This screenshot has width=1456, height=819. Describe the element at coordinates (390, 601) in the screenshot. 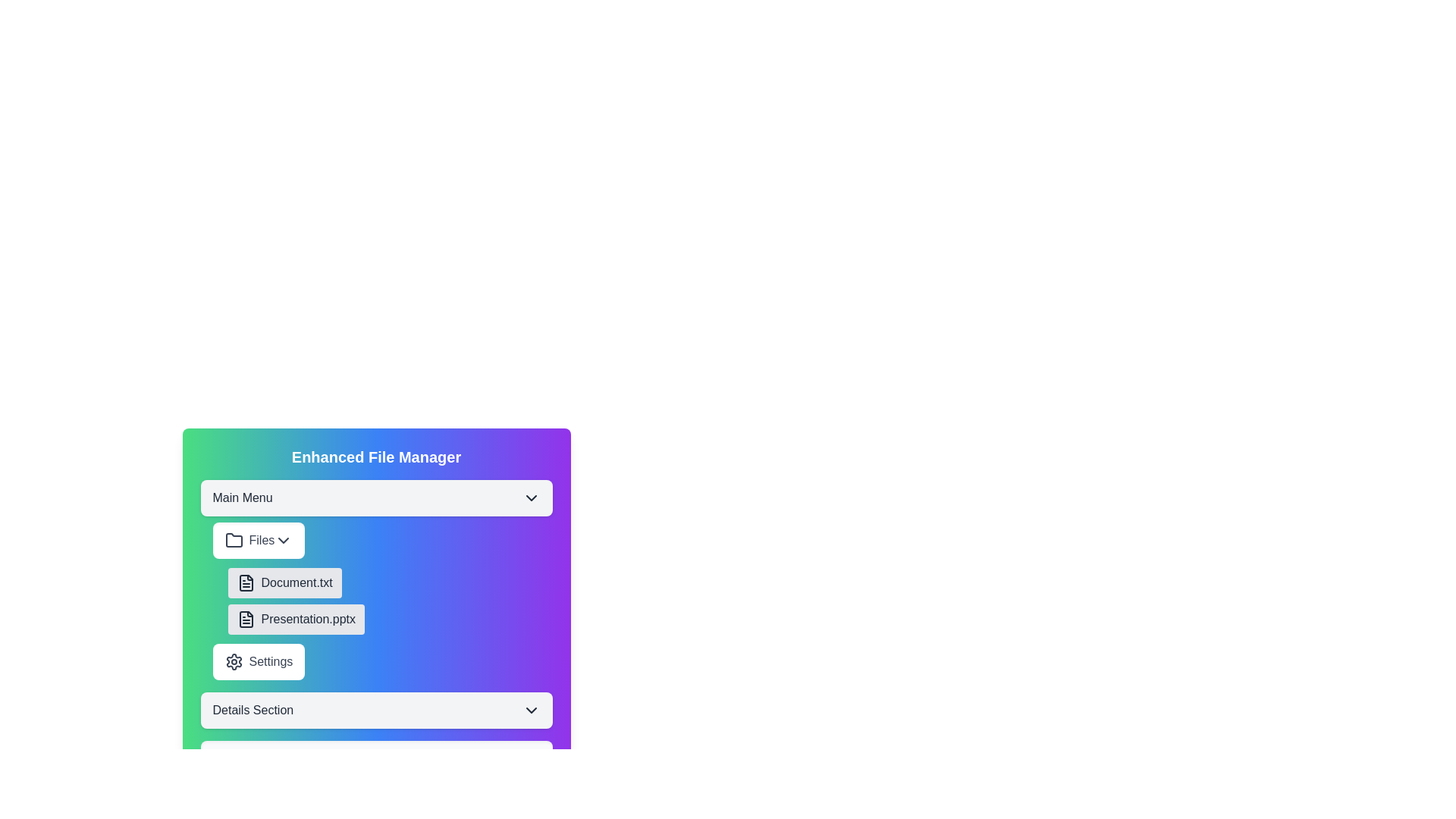

I see `the 'Document.txt' interactive file entry` at that location.